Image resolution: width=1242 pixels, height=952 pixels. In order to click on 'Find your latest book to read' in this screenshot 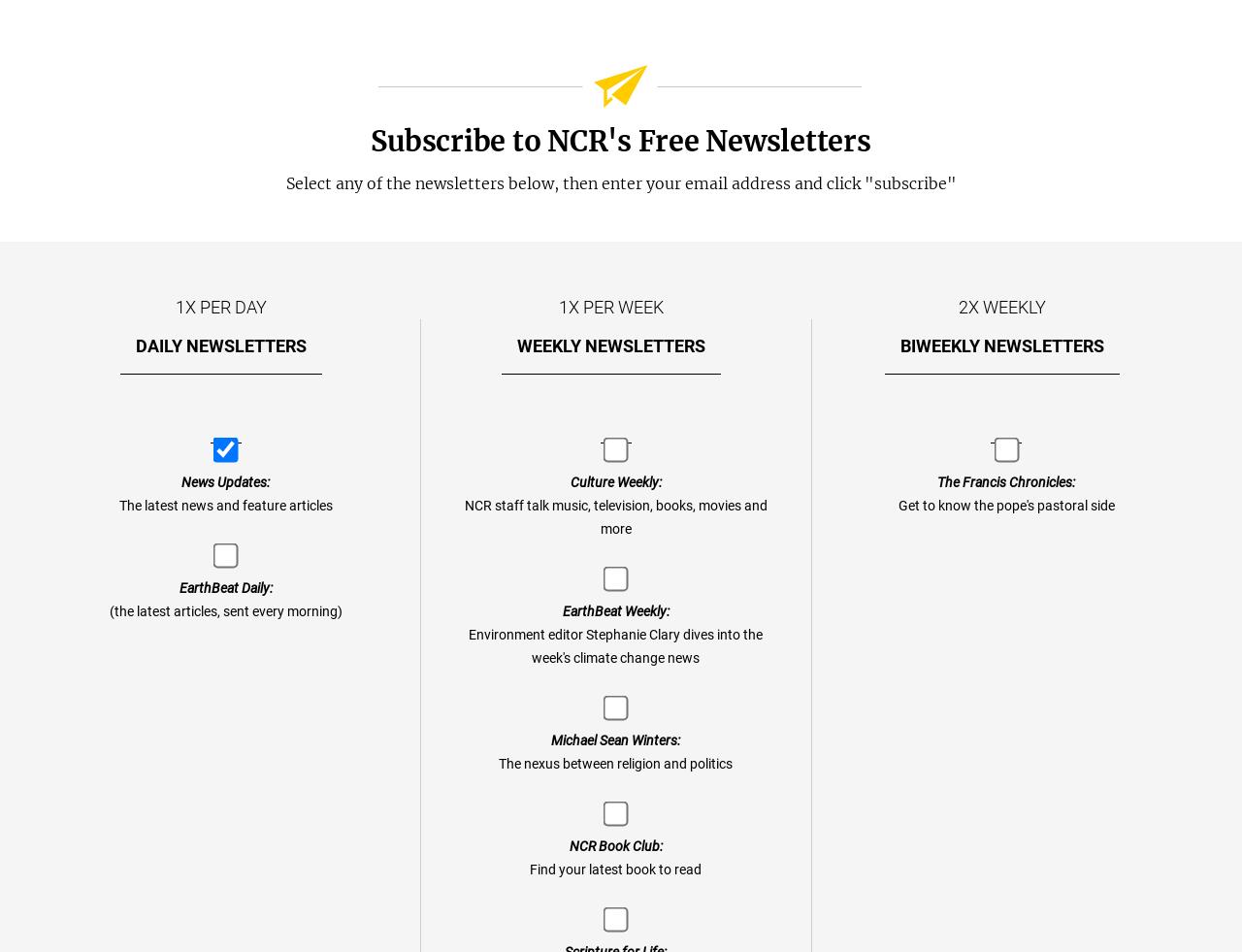, I will do `click(614, 870)`.